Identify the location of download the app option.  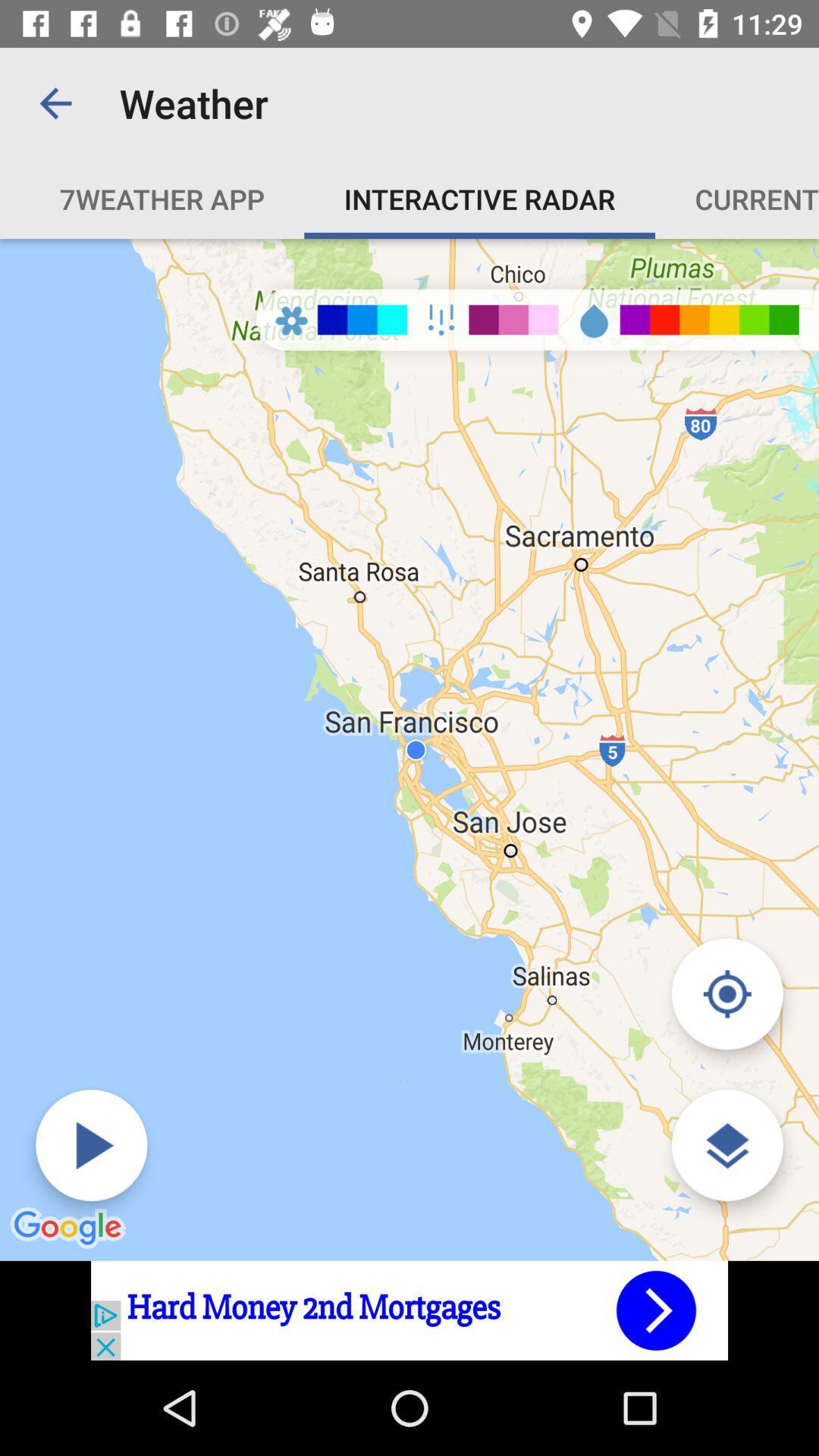
(409, 1310).